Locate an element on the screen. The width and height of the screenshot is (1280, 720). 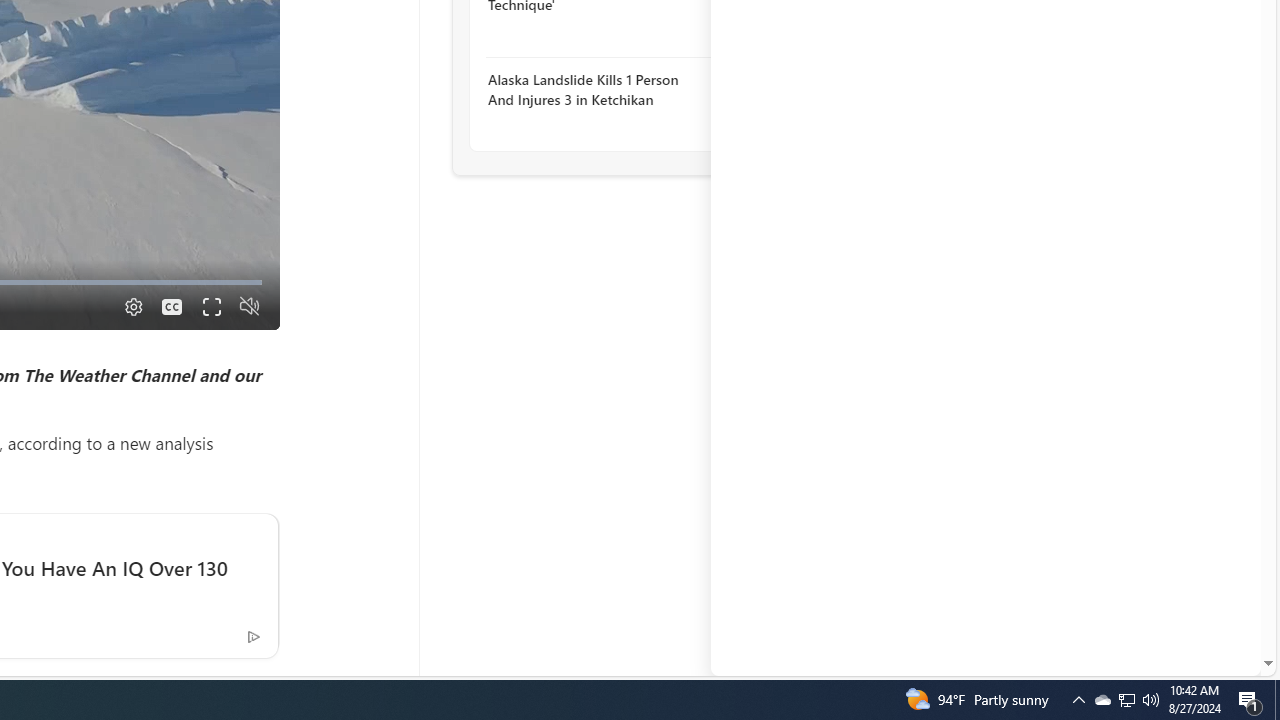
'Unmute' is located at coordinates (248, 306).